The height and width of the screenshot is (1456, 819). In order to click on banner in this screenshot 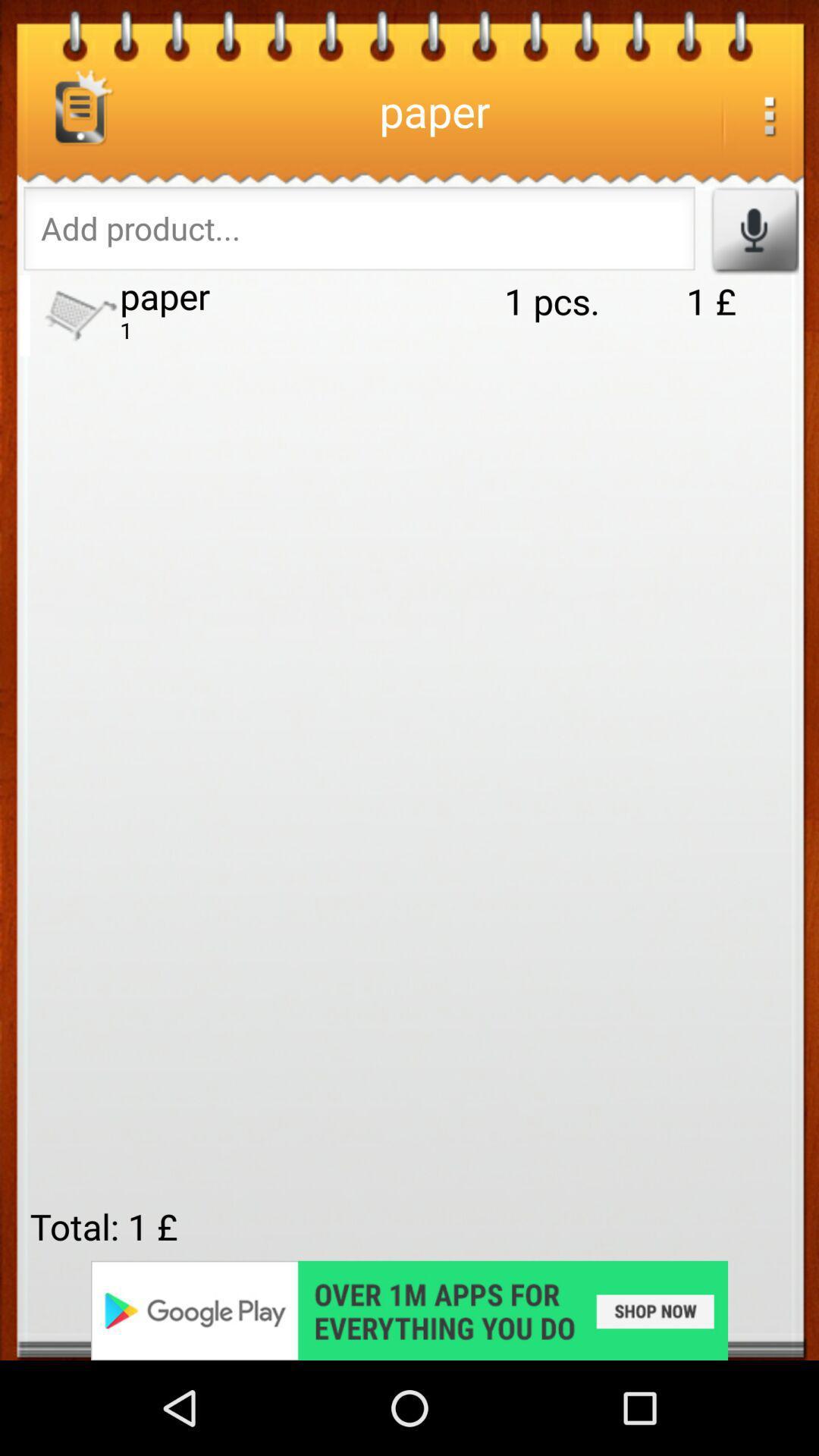, I will do `click(409, 1310)`.